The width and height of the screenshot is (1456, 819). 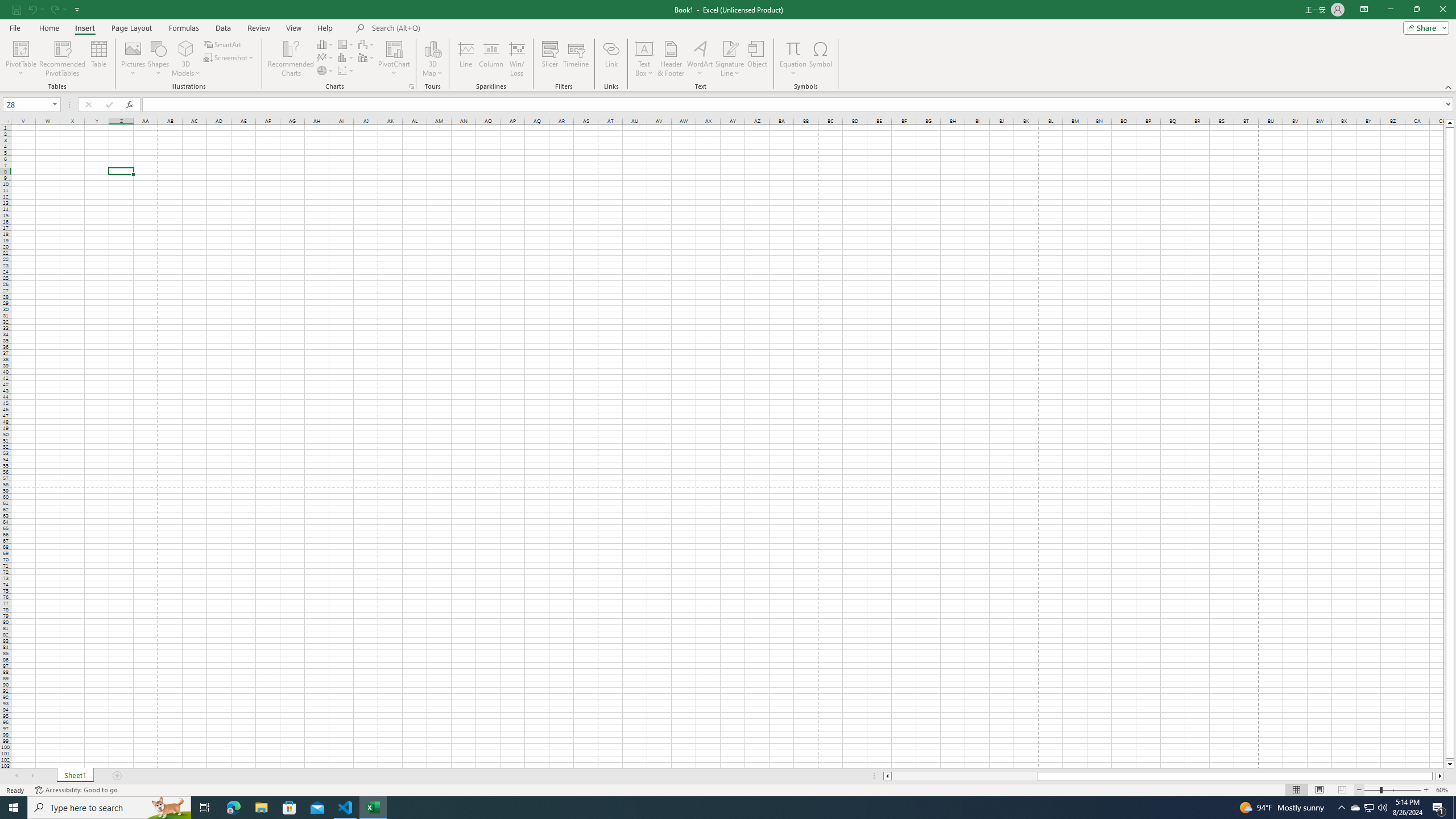 What do you see at coordinates (185, 48) in the screenshot?
I see `'3D Models'` at bounding box center [185, 48].